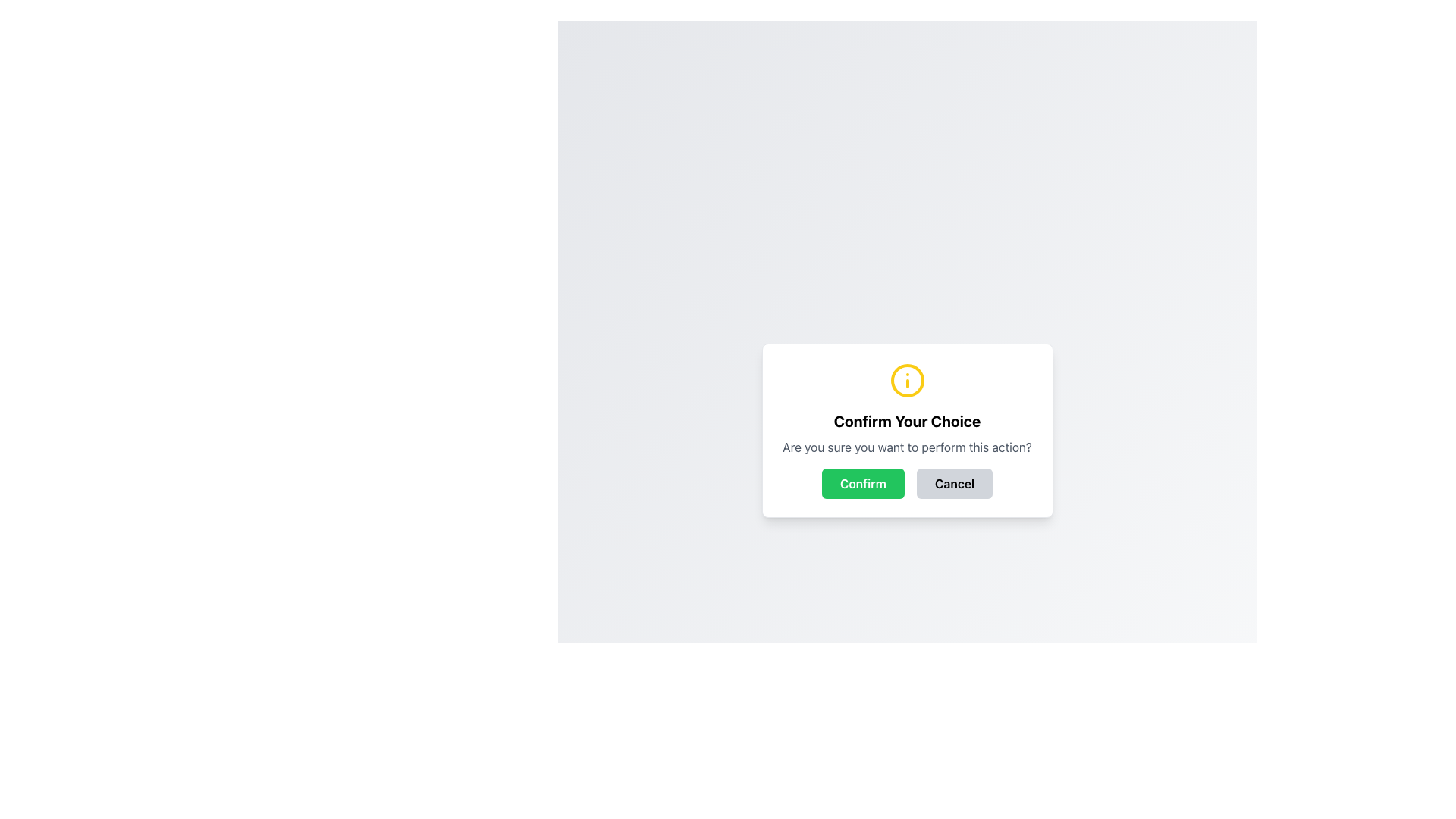 Image resolution: width=1456 pixels, height=819 pixels. What do you see at coordinates (907, 483) in the screenshot?
I see `the Button group located at the bottom of the centered modal dialog to receive visual feedback for the 'Confirm' and 'Cancel' buttons` at bounding box center [907, 483].